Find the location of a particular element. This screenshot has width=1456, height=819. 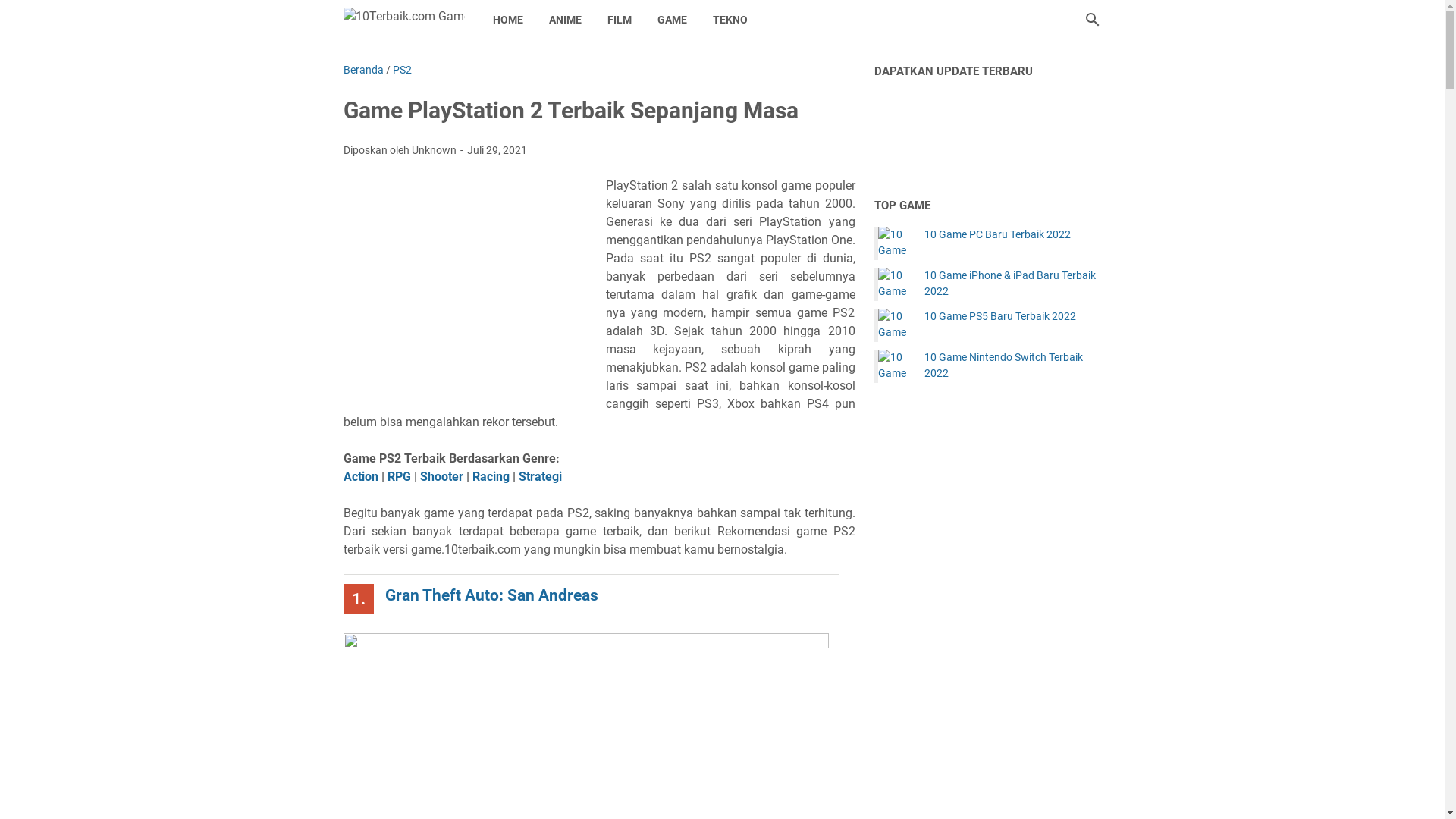

'RPG' is located at coordinates (398, 475).